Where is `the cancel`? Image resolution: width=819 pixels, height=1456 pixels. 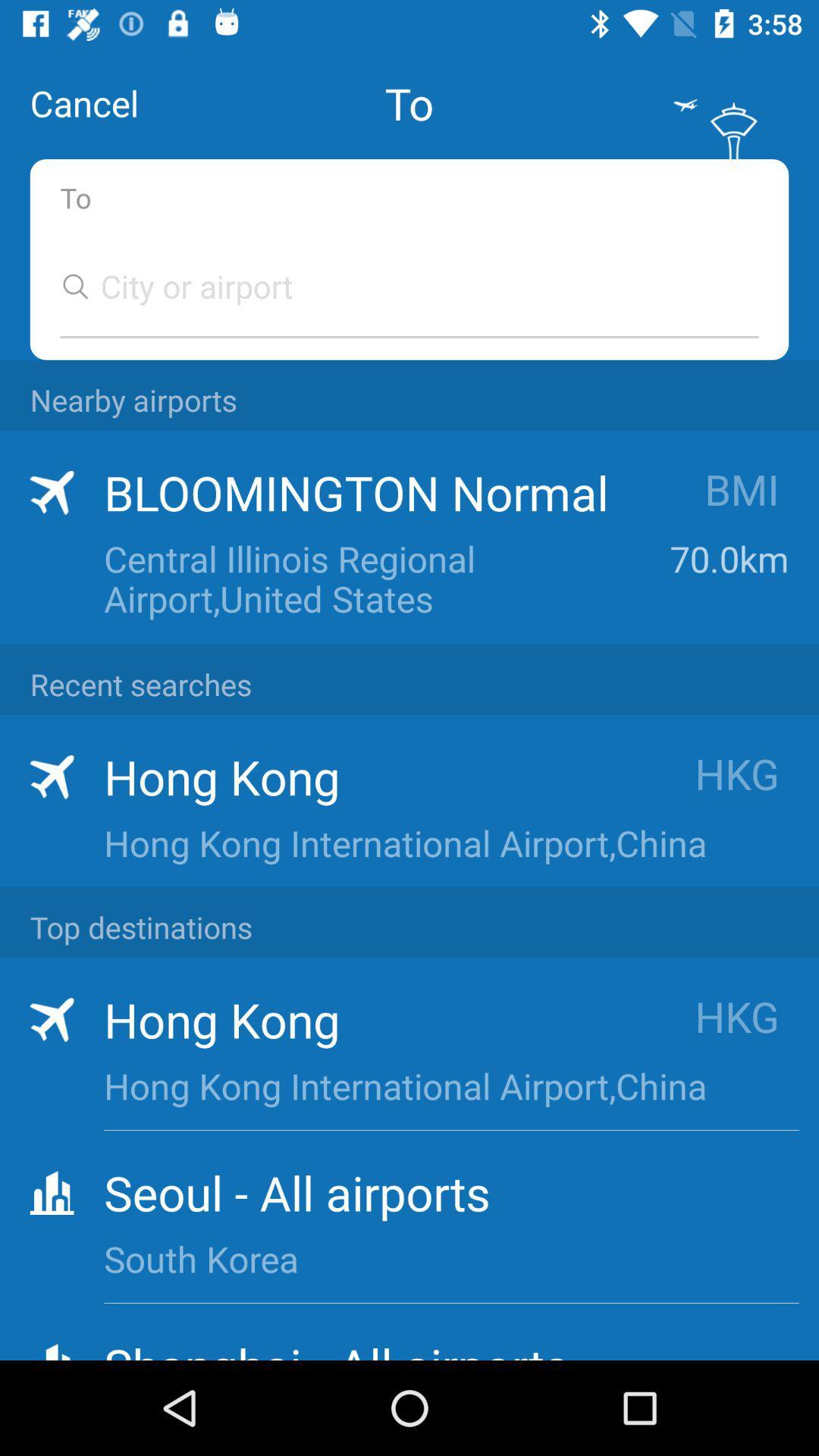
the cancel is located at coordinates (84, 102).